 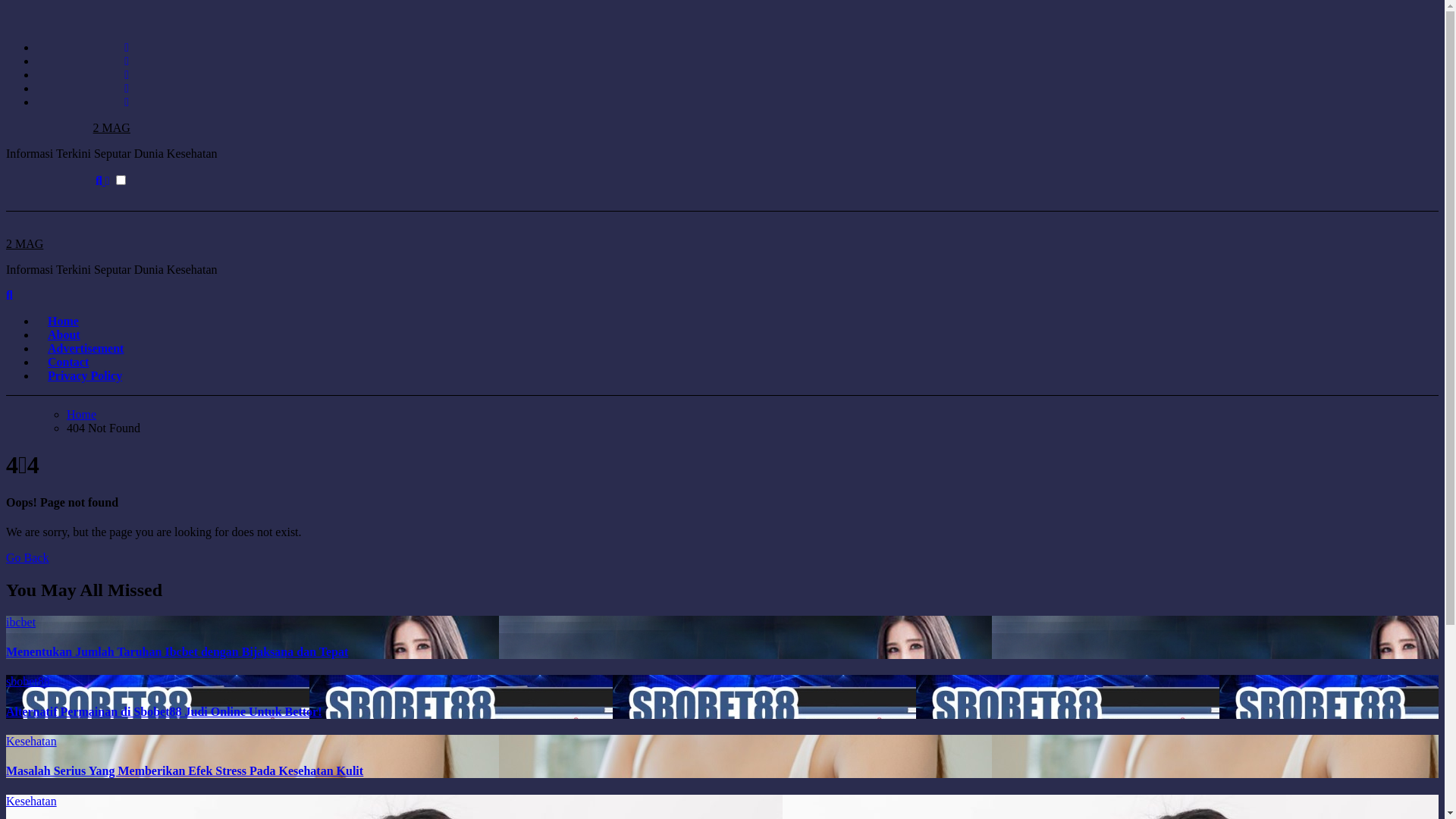 What do you see at coordinates (83, 375) in the screenshot?
I see `'Privacy Policy'` at bounding box center [83, 375].